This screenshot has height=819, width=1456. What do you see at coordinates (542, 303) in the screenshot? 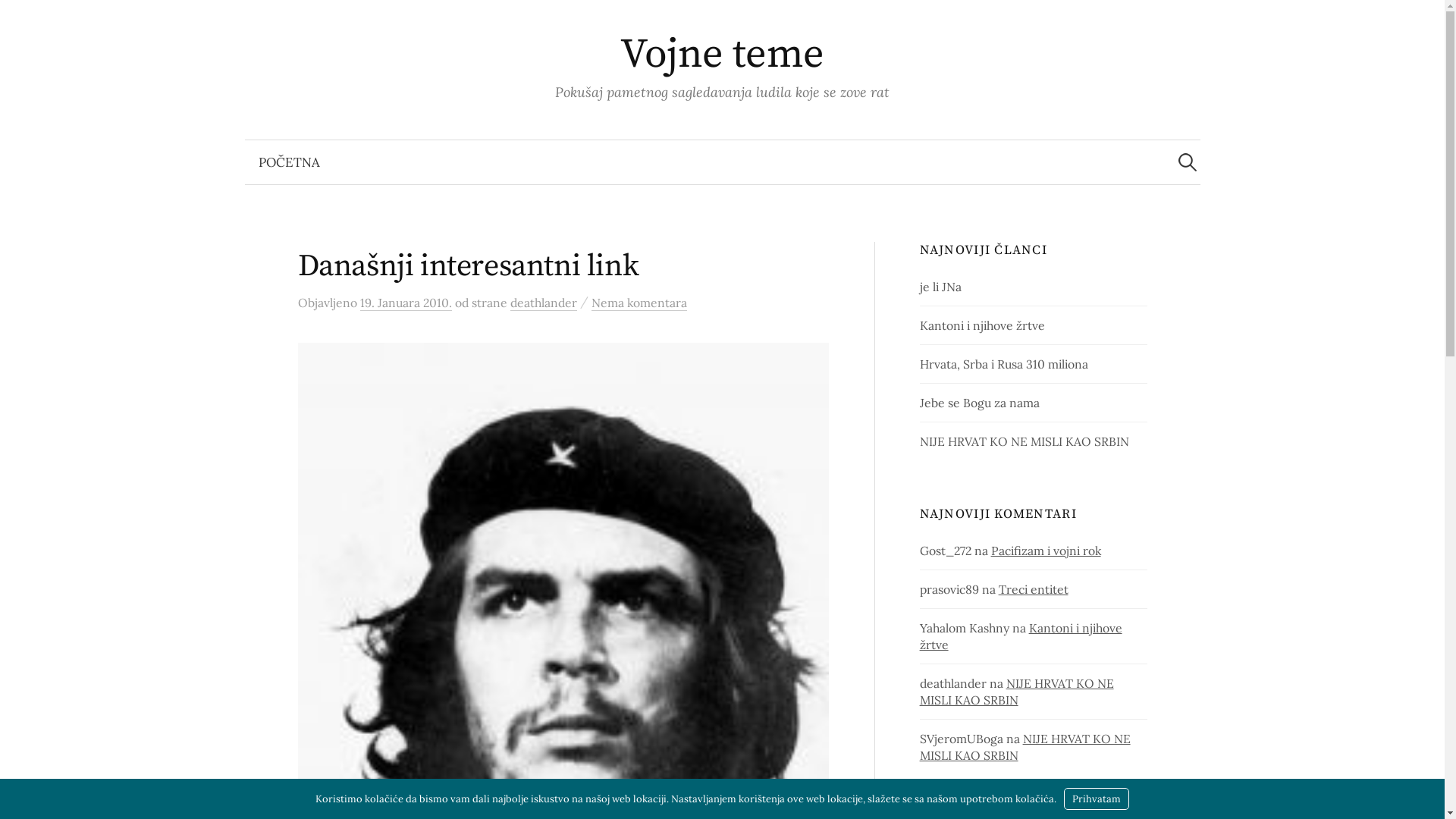
I see `'deathlander'` at bounding box center [542, 303].